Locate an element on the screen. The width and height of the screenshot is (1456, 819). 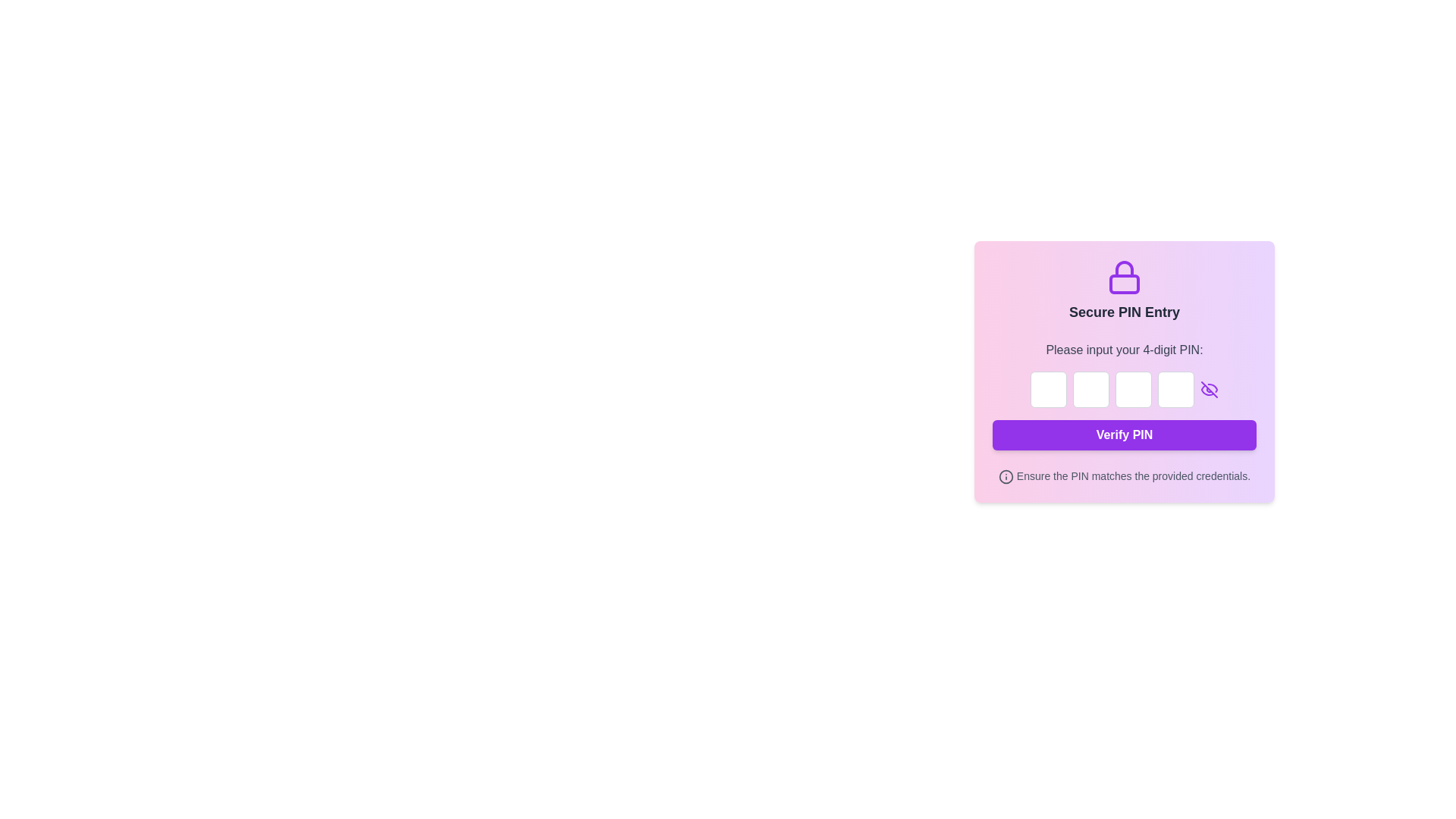
the visibility toggle button, which appears as an eye with a strikethrough and is styled in purple, located to the immediate right of the last input field in the PIN entry section is located at coordinates (1208, 388).